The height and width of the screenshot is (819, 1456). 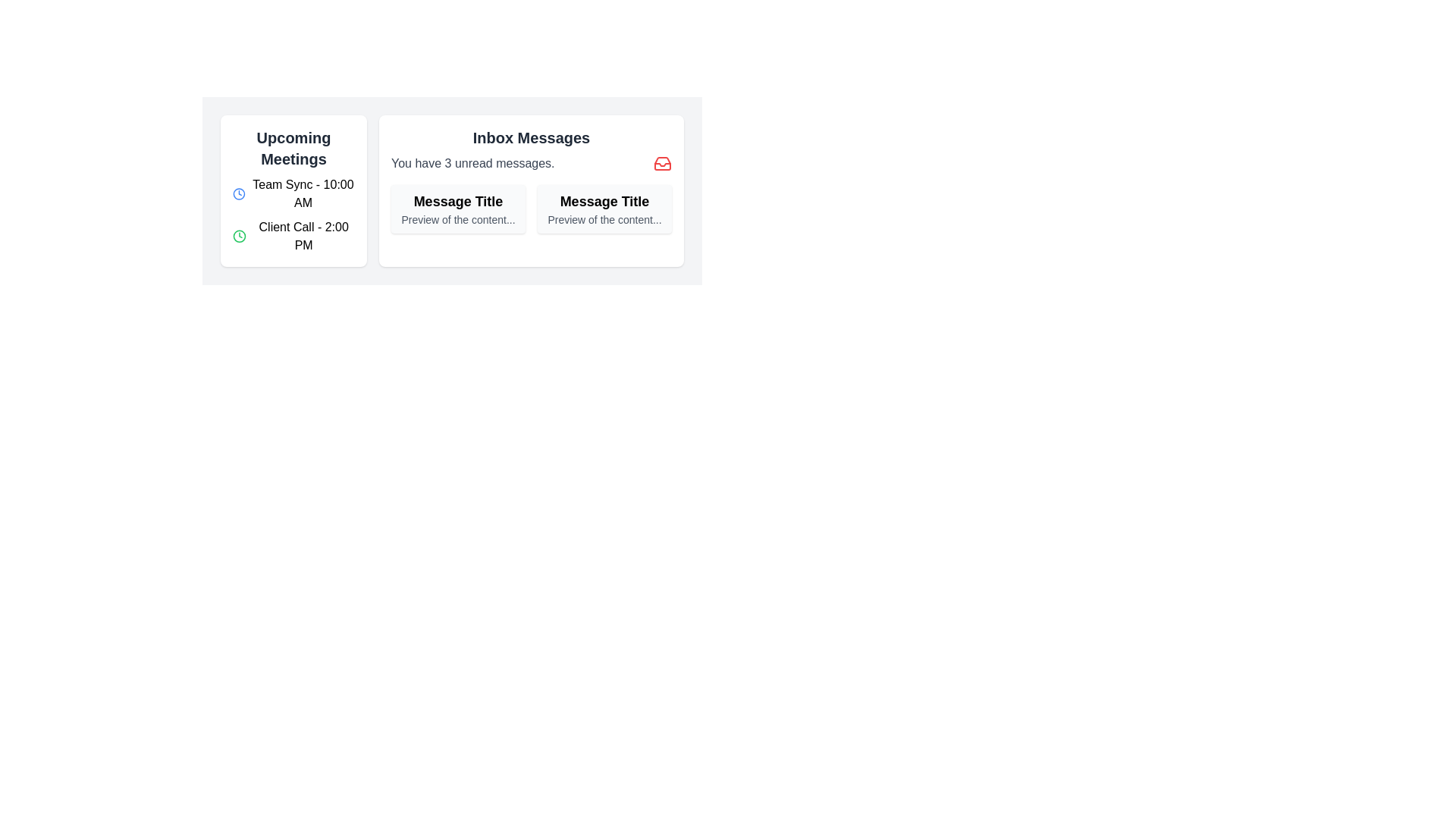 I want to click on text preview 'Preview of the content...' located below the title 'Message Title' in the Inbox Messages section, so click(x=604, y=219).